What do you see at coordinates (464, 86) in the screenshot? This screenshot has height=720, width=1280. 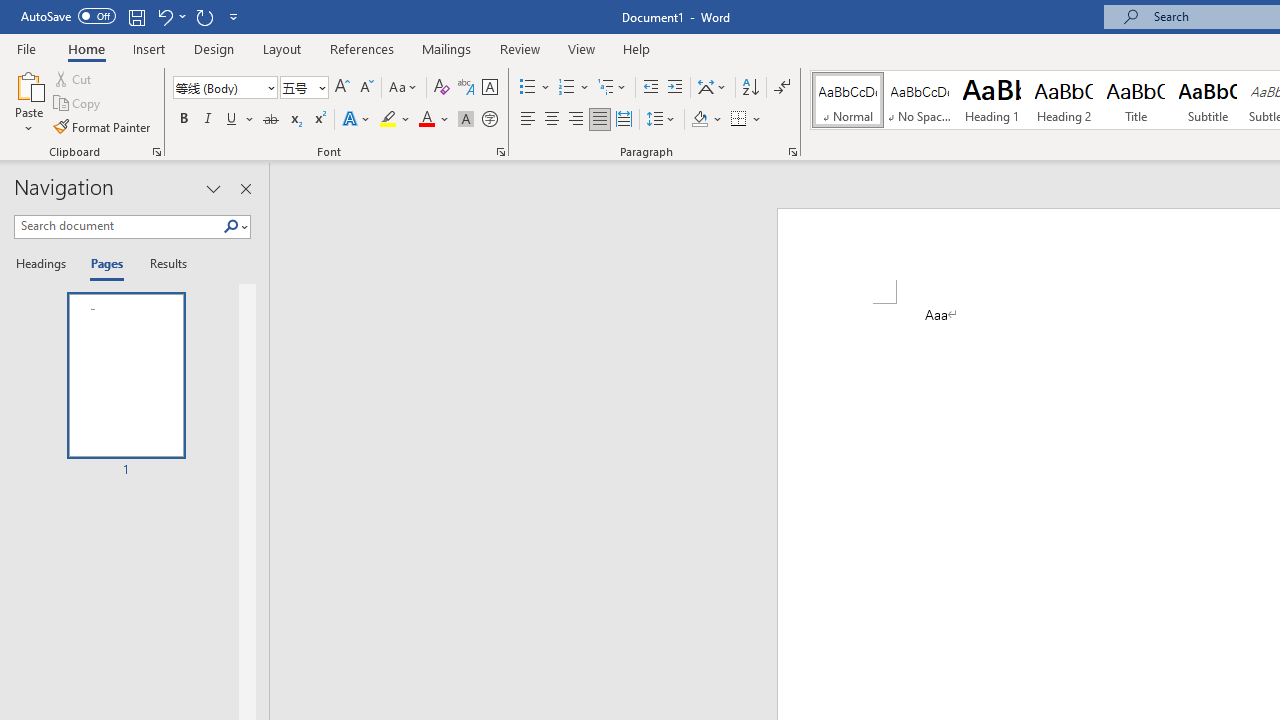 I see `'Phonetic Guide...'` at bounding box center [464, 86].